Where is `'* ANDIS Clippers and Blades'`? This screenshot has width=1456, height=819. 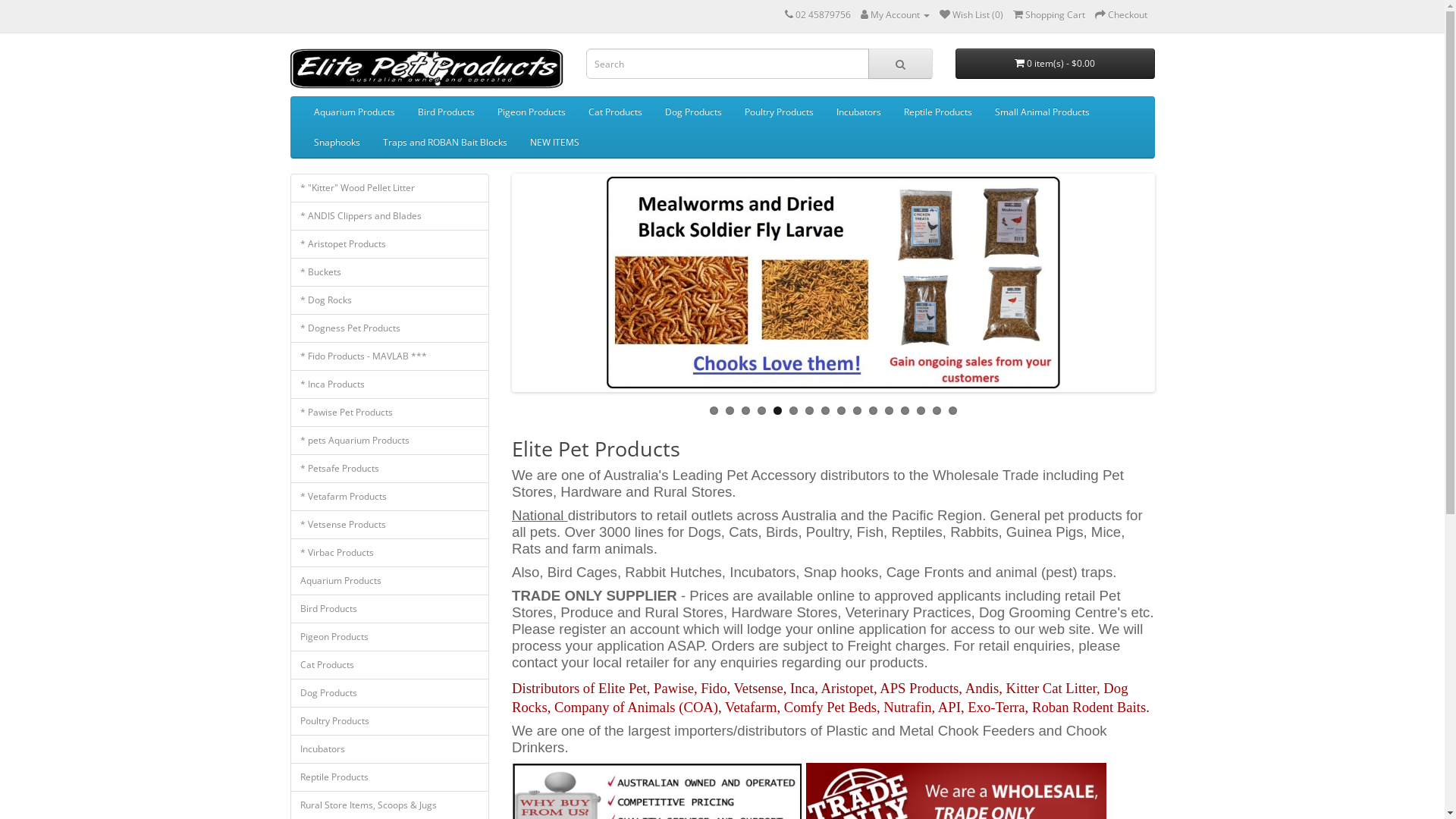
'* ANDIS Clippers and Blades' is located at coordinates (389, 216).